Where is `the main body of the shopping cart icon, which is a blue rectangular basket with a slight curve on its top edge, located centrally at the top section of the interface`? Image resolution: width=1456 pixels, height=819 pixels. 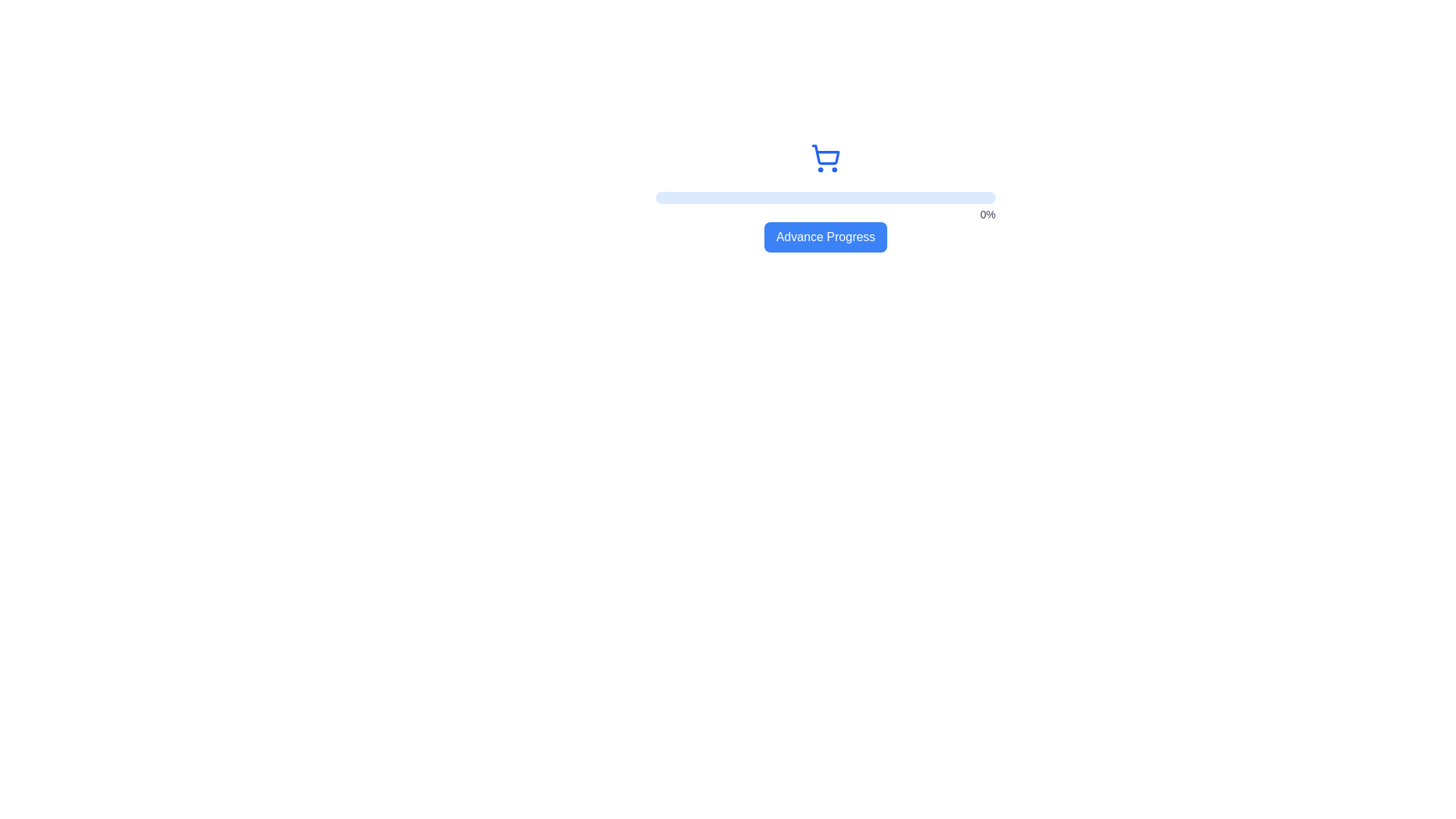
the main body of the shopping cart icon, which is a blue rectangular basket with a slight curve on its top edge, located centrally at the top section of the interface is located at coordinates (825, 155).